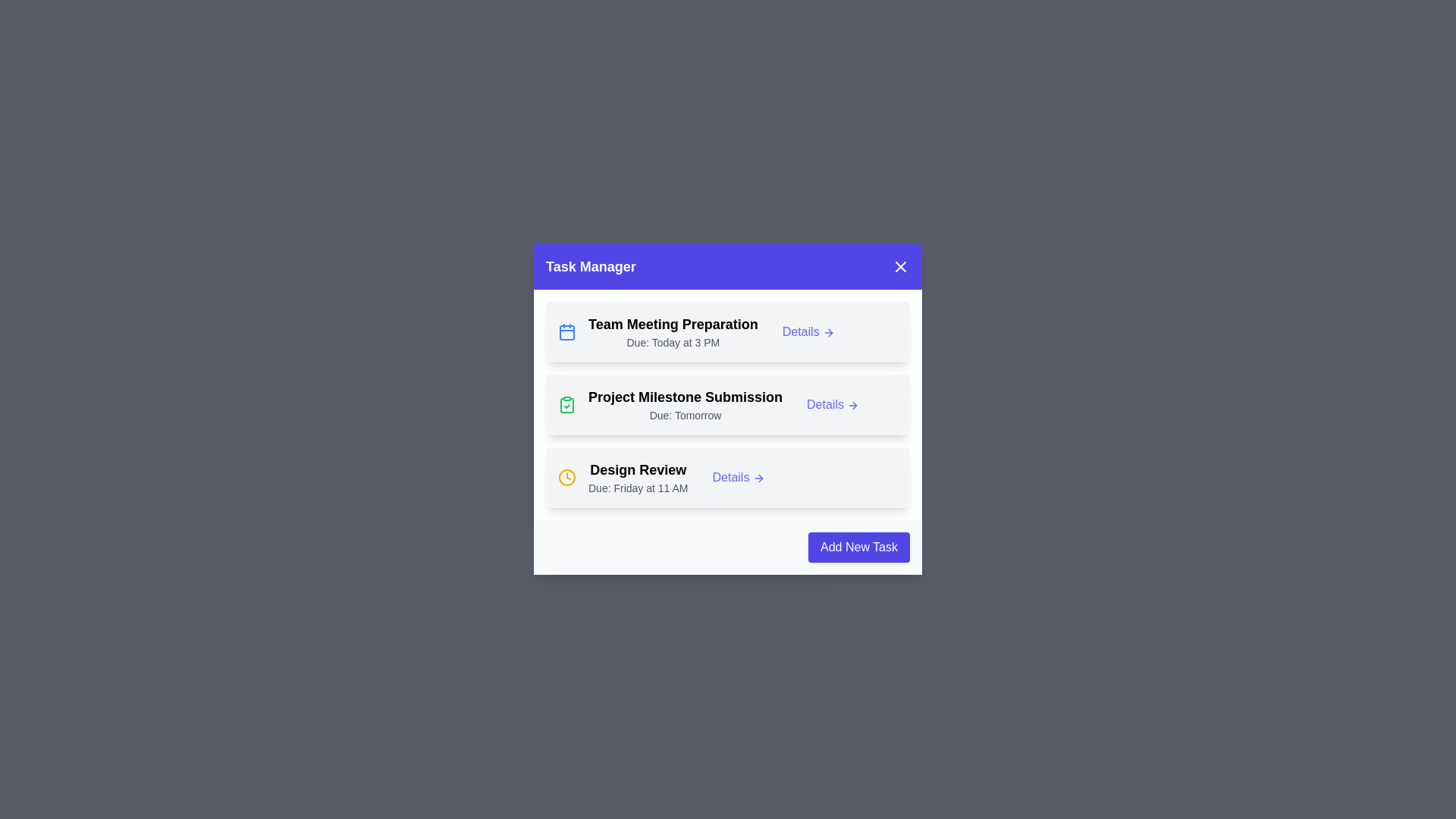 The height and width of the screenshot is (819, 1456). What do you see at coordinates (672, 324) in the screenshot?
I see `text label 'Team Meeting Preparation' located in the first row of the task list in the 'Task Manager' popup, positioned above 'Due: Today at 3 PM' and to the left of the 'Details' link` at bounding box center [672, 324].